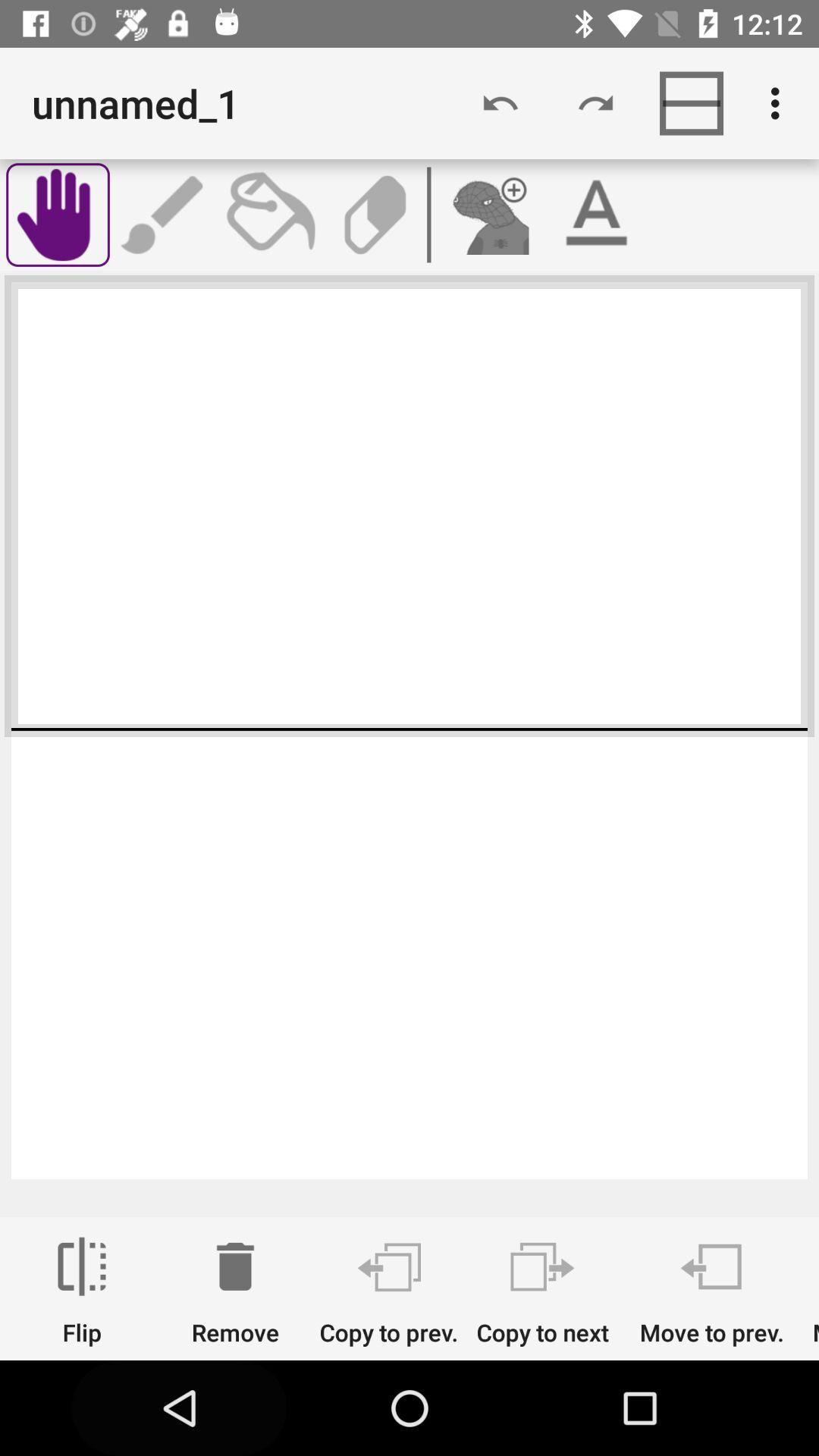  Describe the element at coordinates (595, 214) in the screenshot. I see `highlight` at that location.